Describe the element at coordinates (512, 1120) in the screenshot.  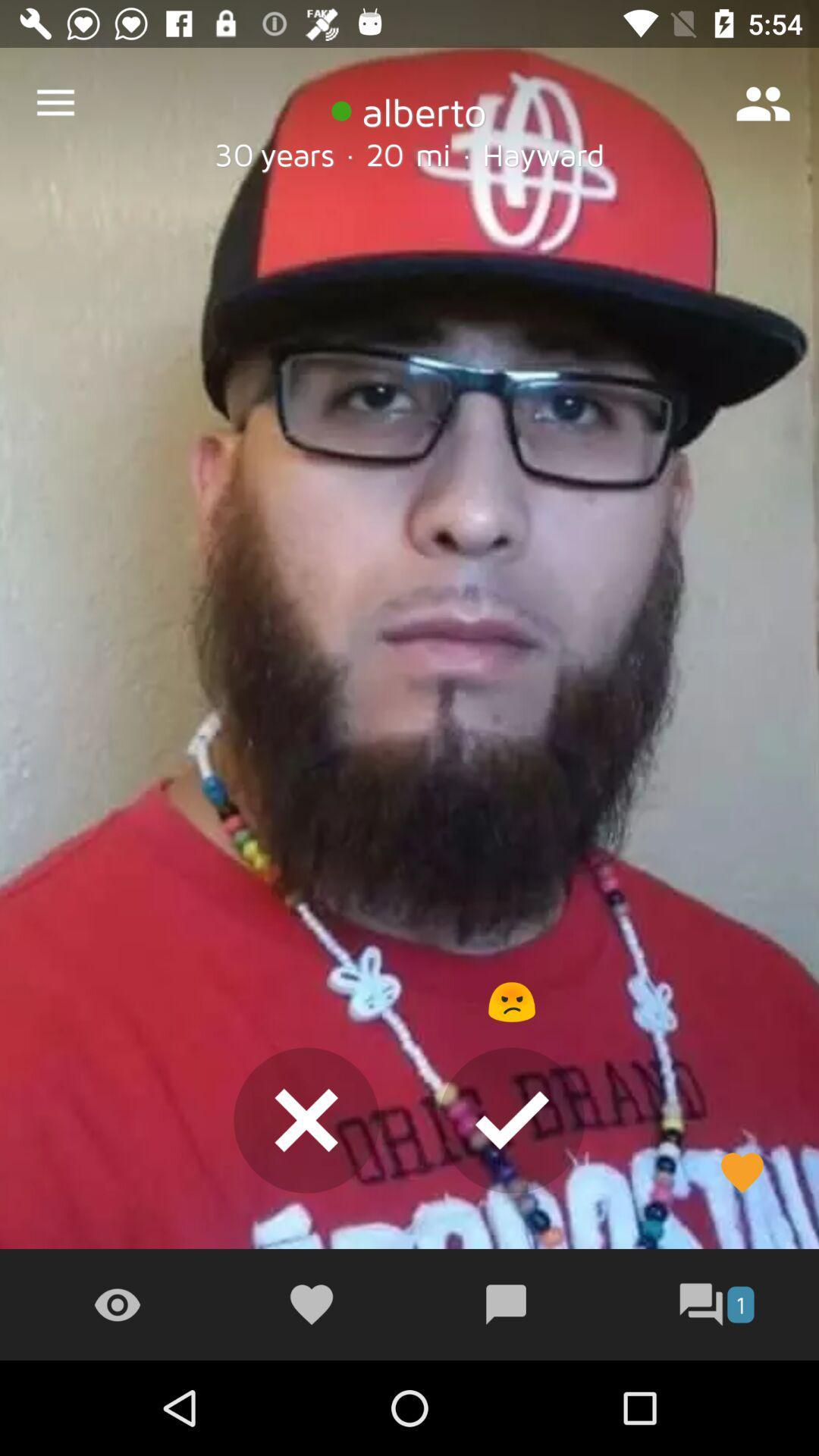
I see `the check icon` at that location.